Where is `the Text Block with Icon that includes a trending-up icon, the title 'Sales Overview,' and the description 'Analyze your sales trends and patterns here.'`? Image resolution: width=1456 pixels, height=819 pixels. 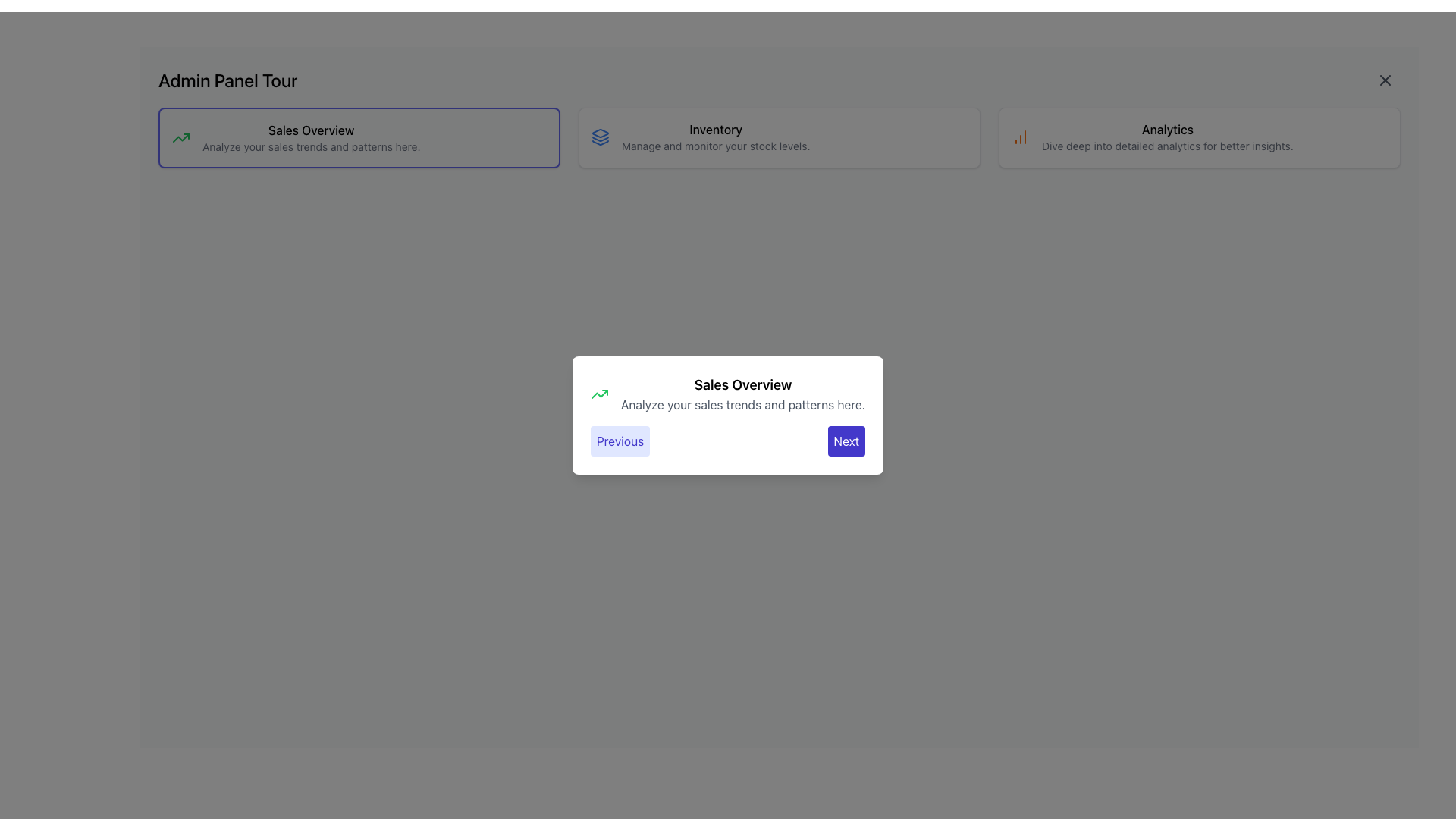 the Text Block with Icon that includes a trending-up icon, the title 'Sales Overview,' and the description 'Analyze your sales trends and patterns here.' is located at coordinates (359, 137).